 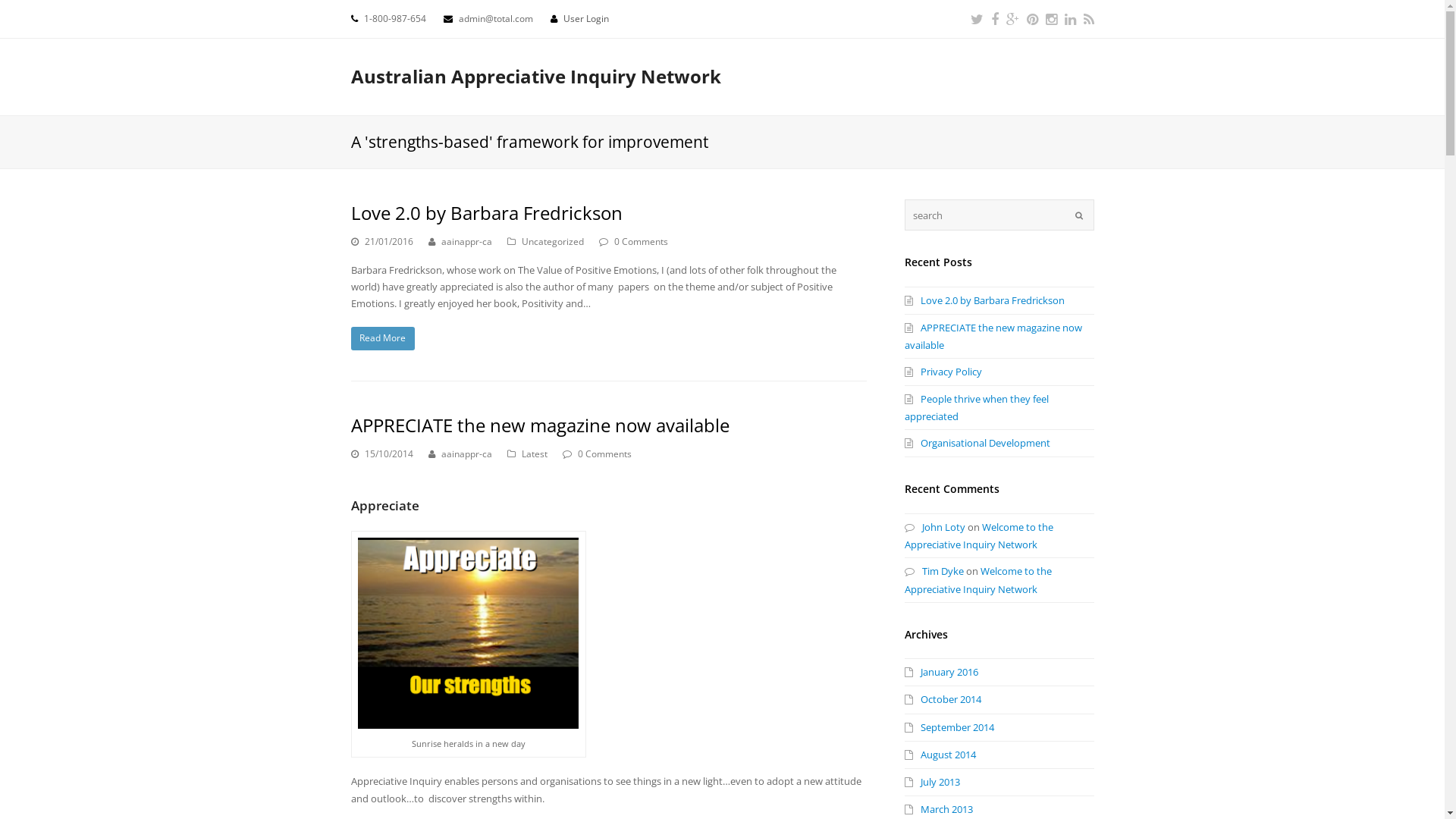 I want to click on 'August 2014', so click(x=938, y=755).